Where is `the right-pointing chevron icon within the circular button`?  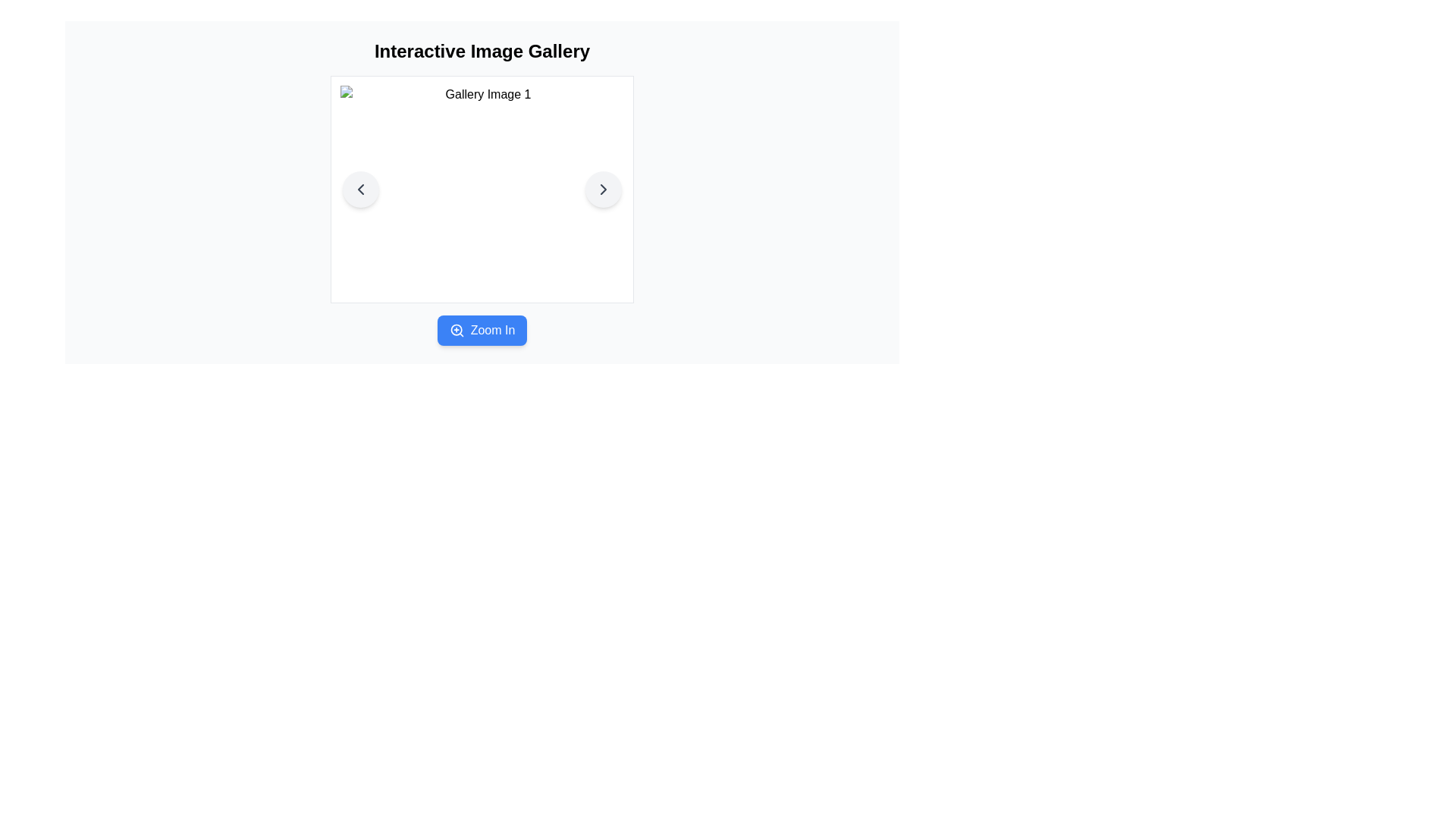 the right-pointing chevron icon within the circular button is located at coordinates (603, 189).